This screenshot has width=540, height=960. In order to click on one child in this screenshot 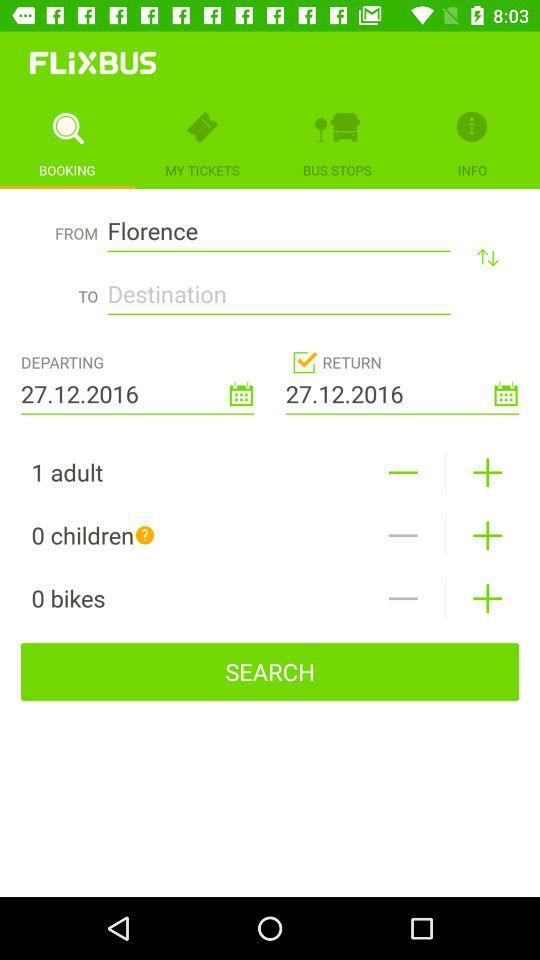, I will do `click(486, 534)`.